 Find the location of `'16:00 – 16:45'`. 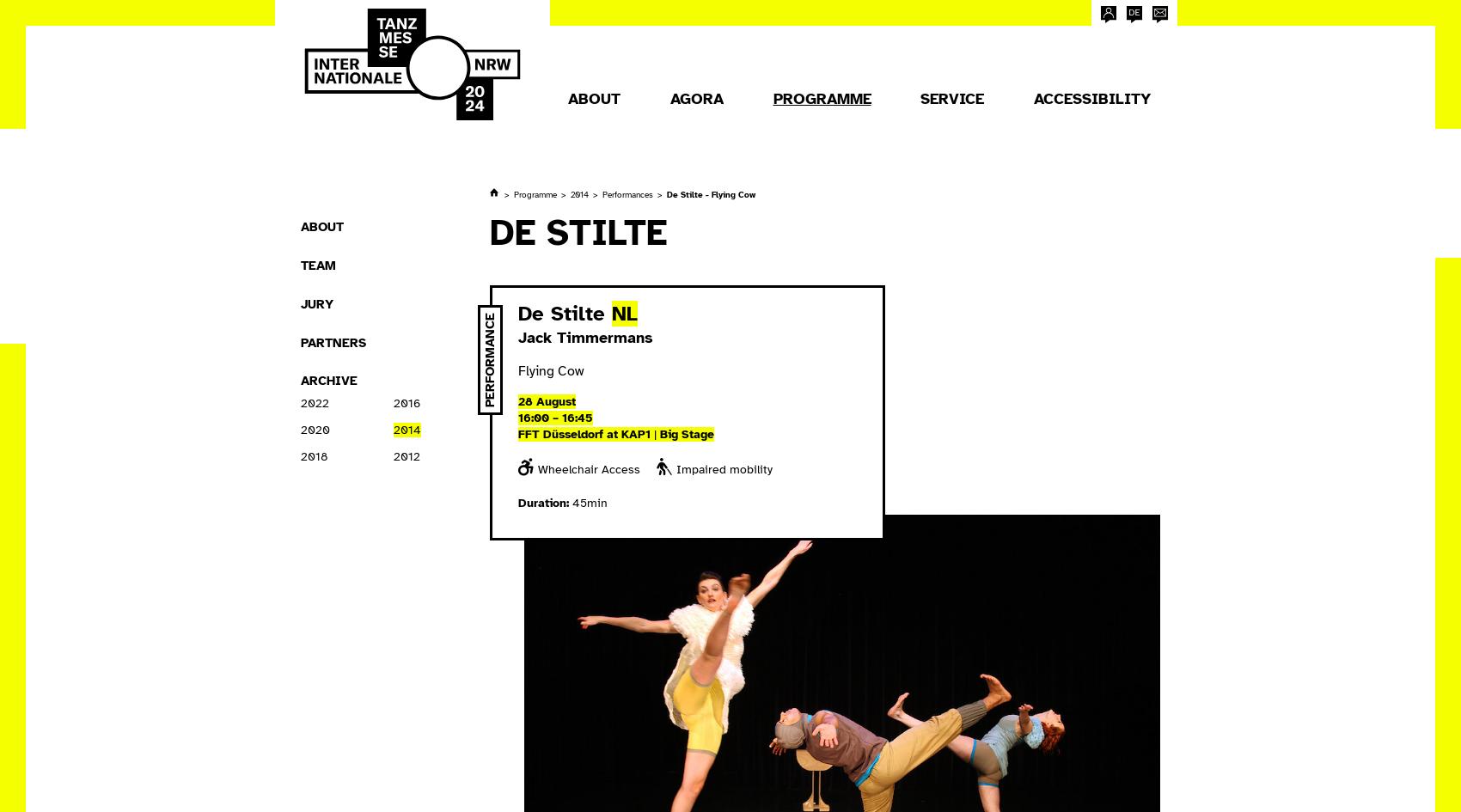

'16:00 – 16:45' is located at coordinates (555, 416).